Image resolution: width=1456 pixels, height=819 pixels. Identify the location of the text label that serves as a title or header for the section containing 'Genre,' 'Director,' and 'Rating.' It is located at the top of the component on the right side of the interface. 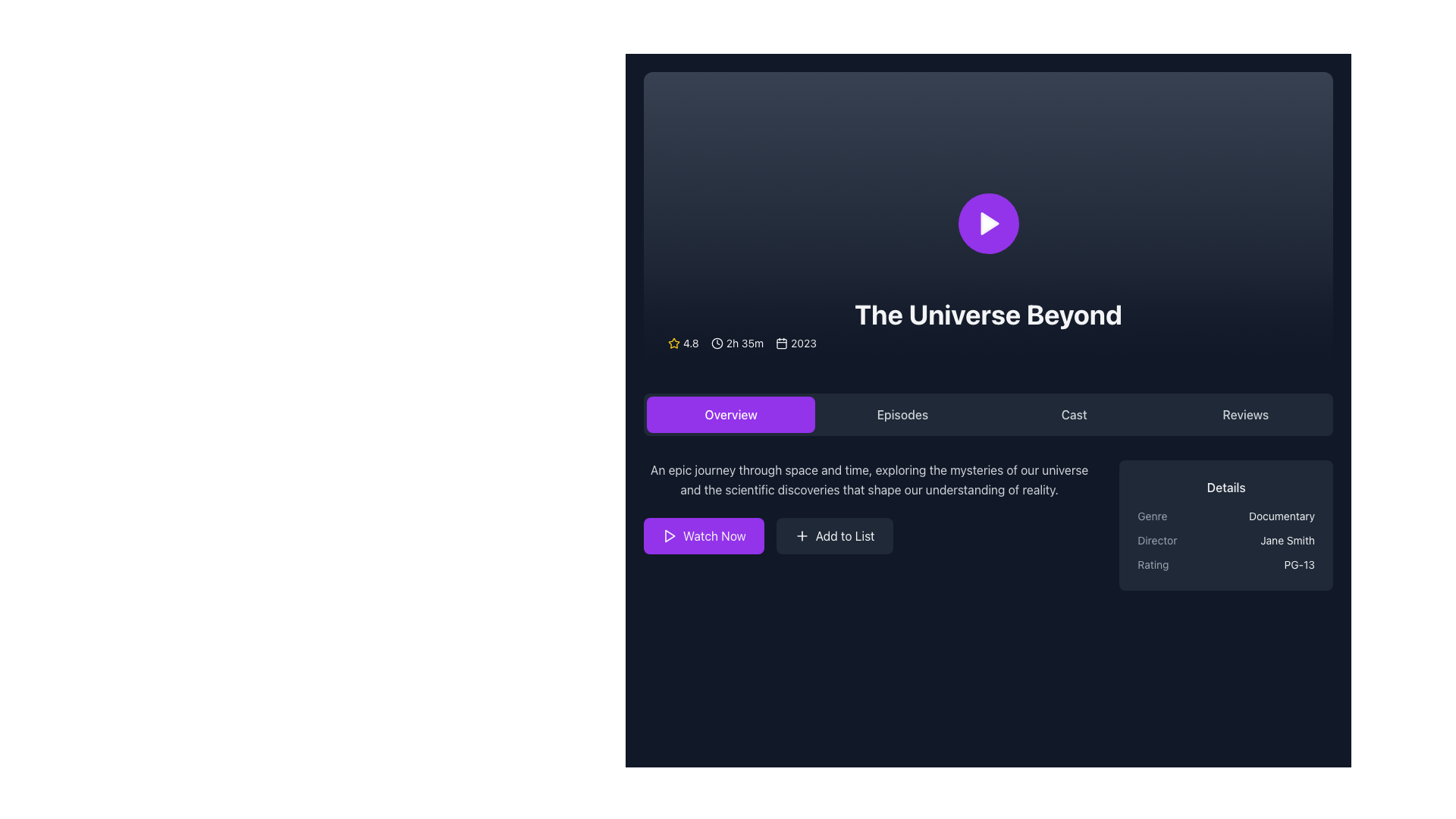
(1226, 488).